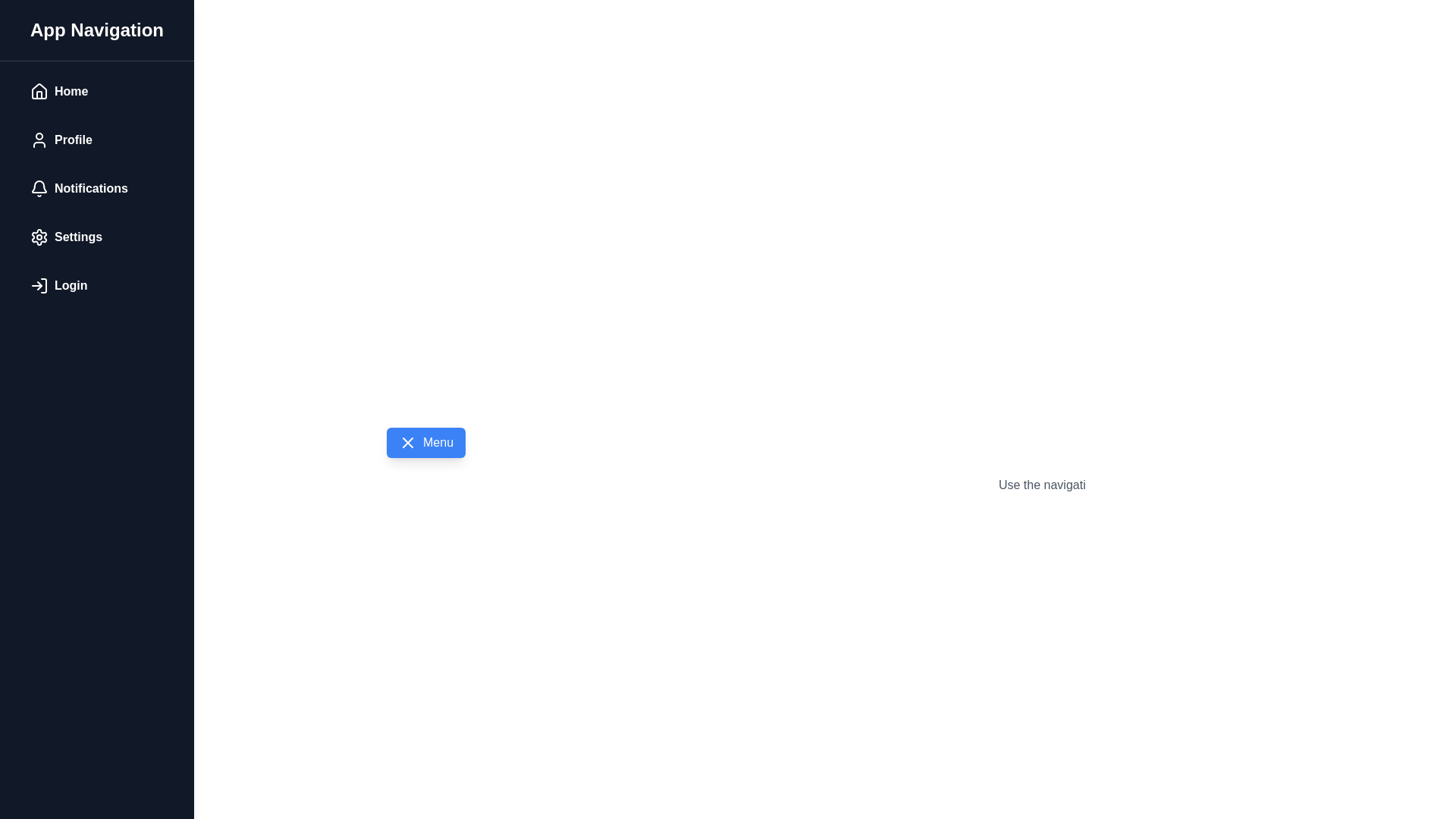  What do you see at coordinates (39, 286) in the screenshot?
I see `the login icon located in the navigation panel, positioned to the left of the 'Login' text` at bounding box center [39, 286].